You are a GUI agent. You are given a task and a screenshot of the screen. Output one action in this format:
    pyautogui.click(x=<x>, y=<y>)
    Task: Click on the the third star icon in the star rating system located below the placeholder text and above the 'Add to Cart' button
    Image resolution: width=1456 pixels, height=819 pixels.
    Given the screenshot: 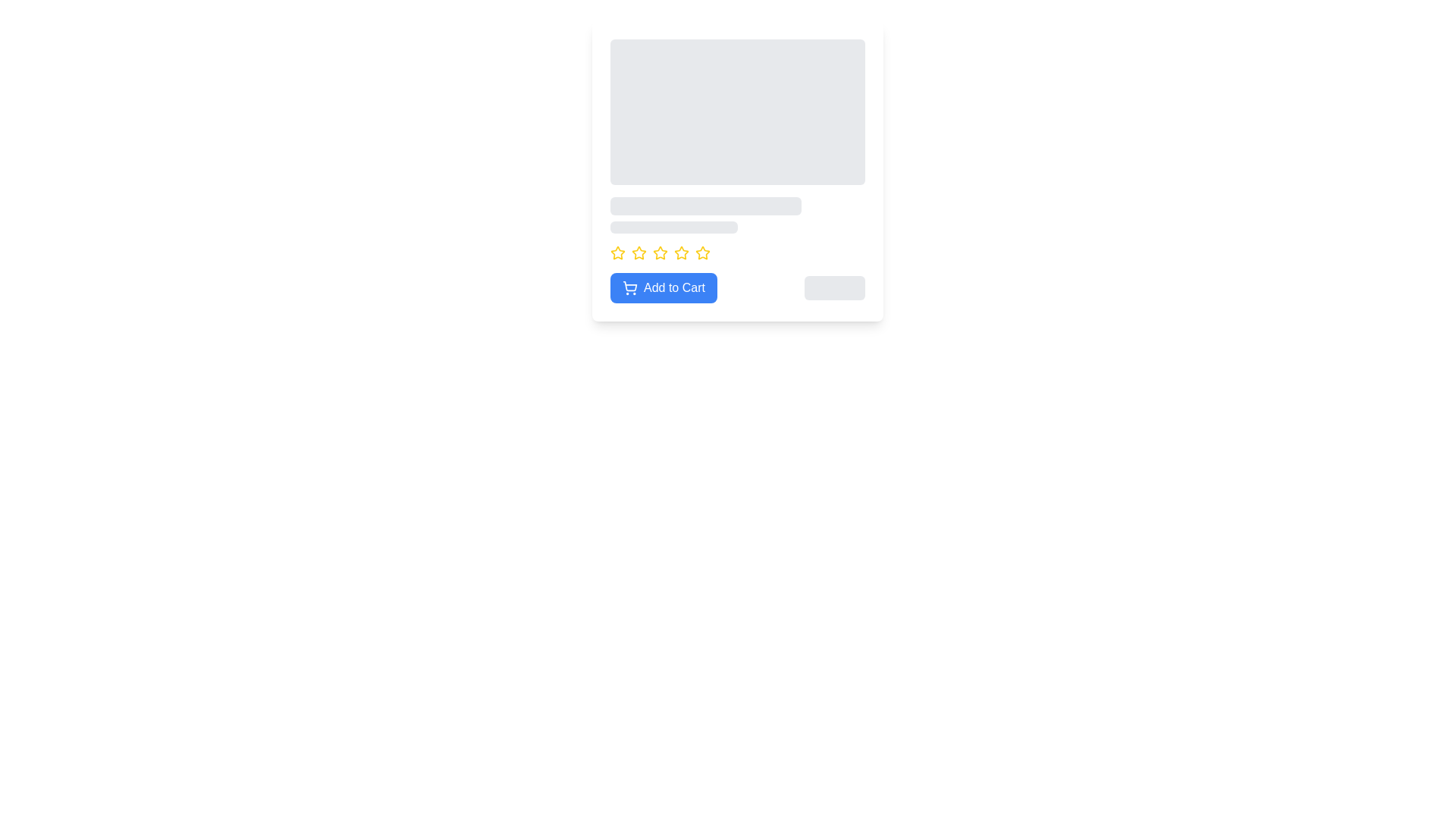 What is the action you would take?
    pyautogui.click(x=660, y=253)
    